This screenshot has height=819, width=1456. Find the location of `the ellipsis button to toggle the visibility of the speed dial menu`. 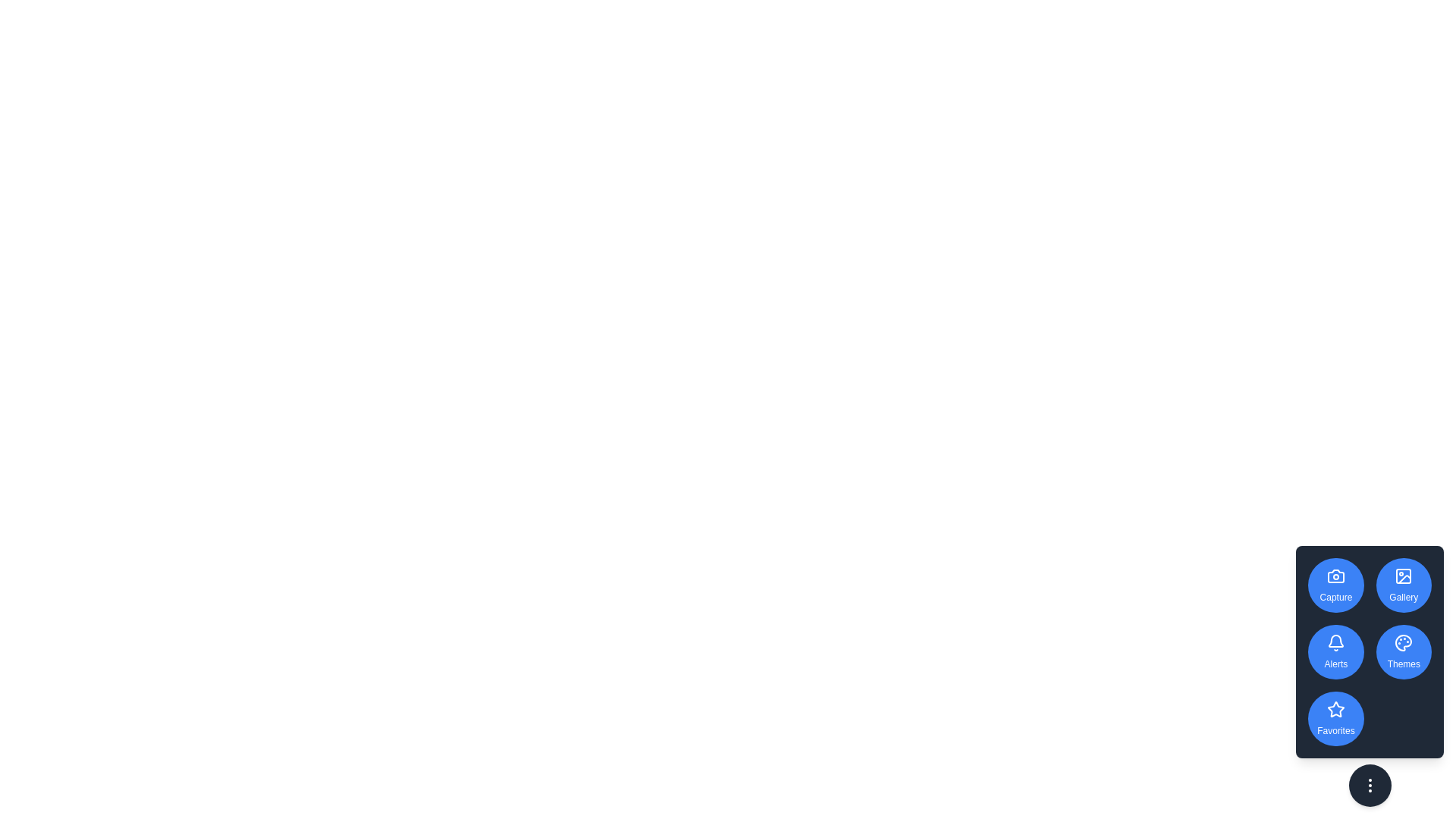

the ellipsis button to toggle the visibility of the speed dial menu is located at coordinates (1369, 785).